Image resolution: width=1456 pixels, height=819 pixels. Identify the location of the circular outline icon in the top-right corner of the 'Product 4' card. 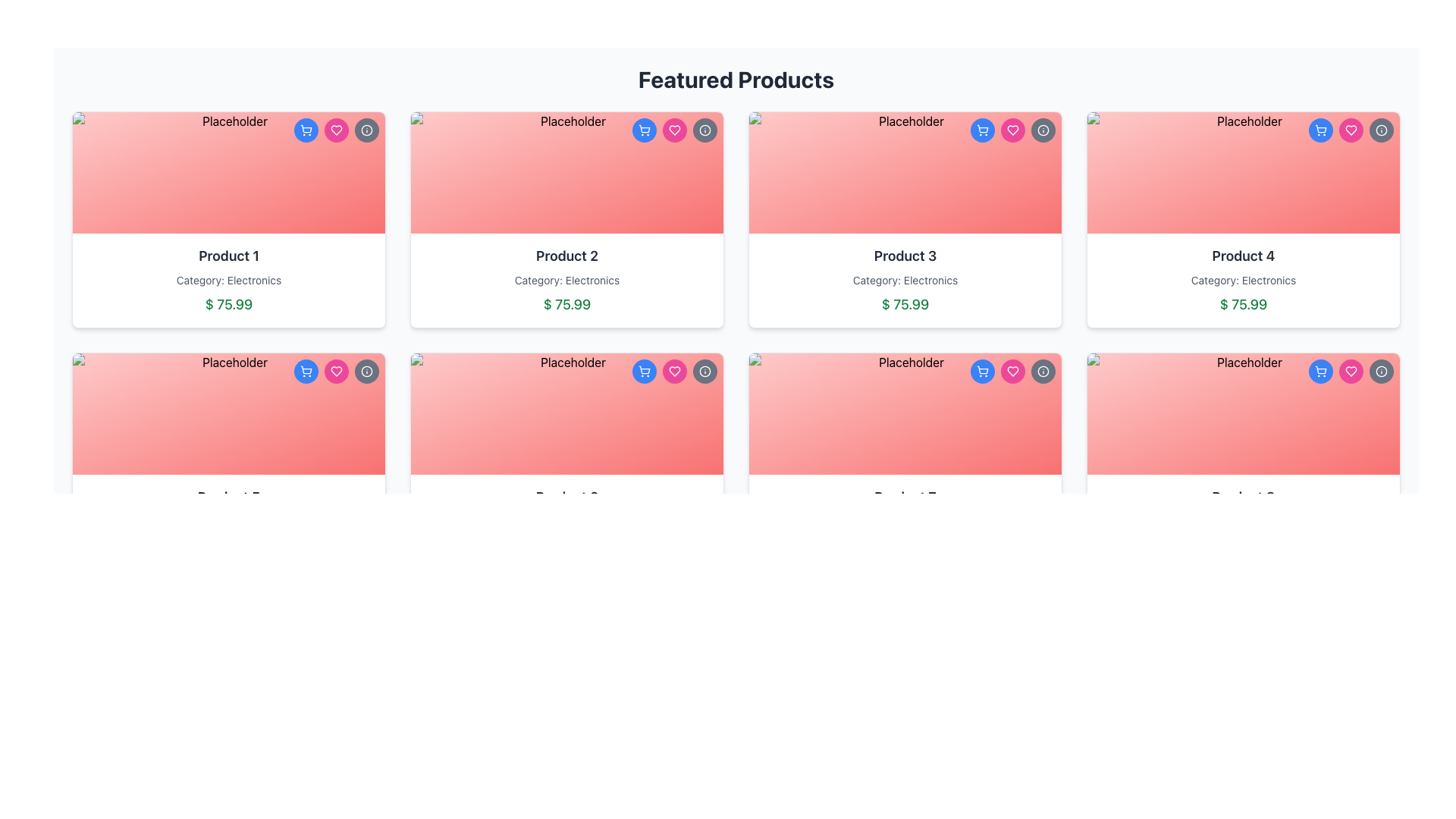
(1043, 371).